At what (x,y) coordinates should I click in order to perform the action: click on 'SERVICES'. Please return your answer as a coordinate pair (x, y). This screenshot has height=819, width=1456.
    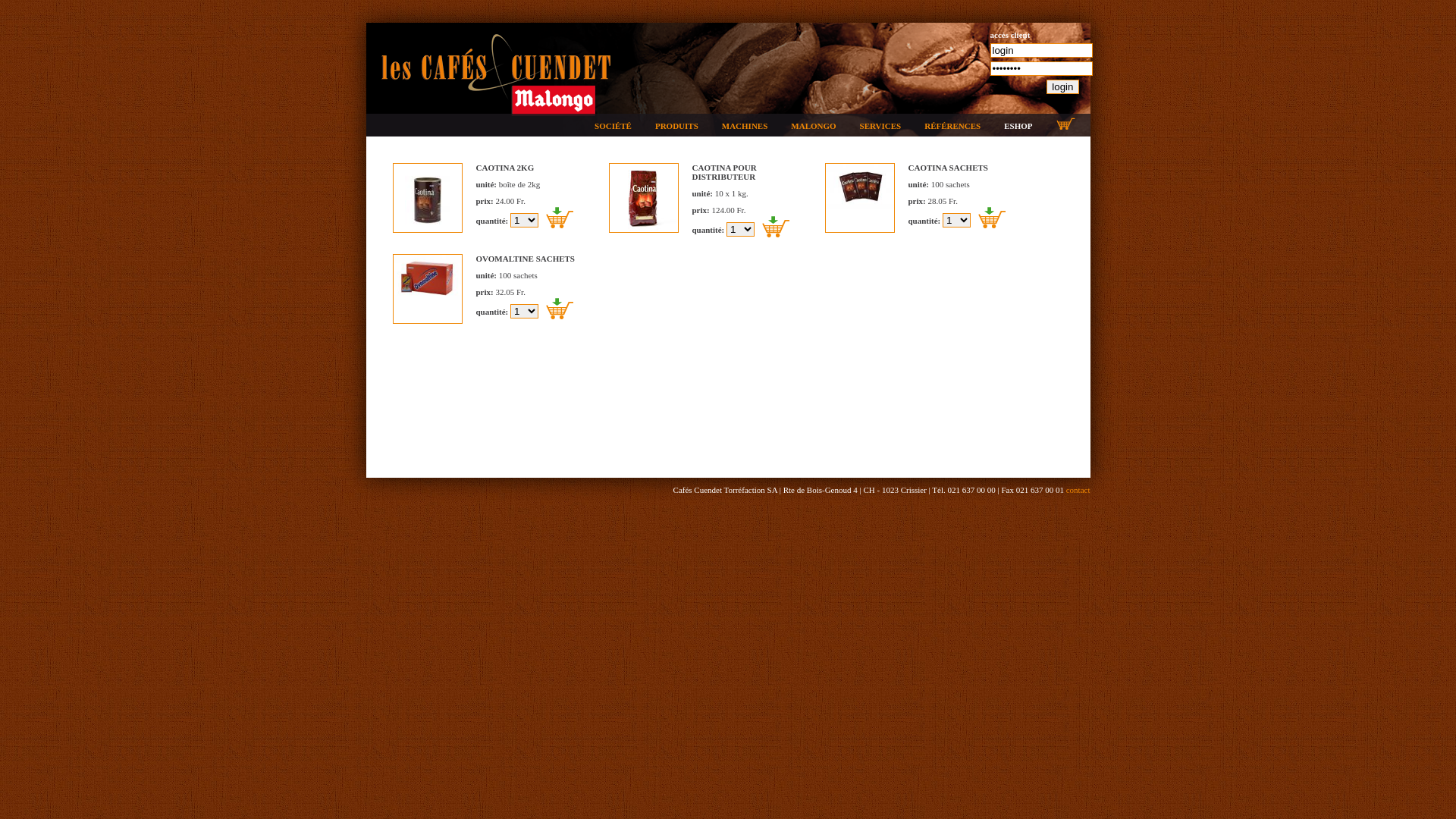
    Looking at the image, I should click on (880, 124).